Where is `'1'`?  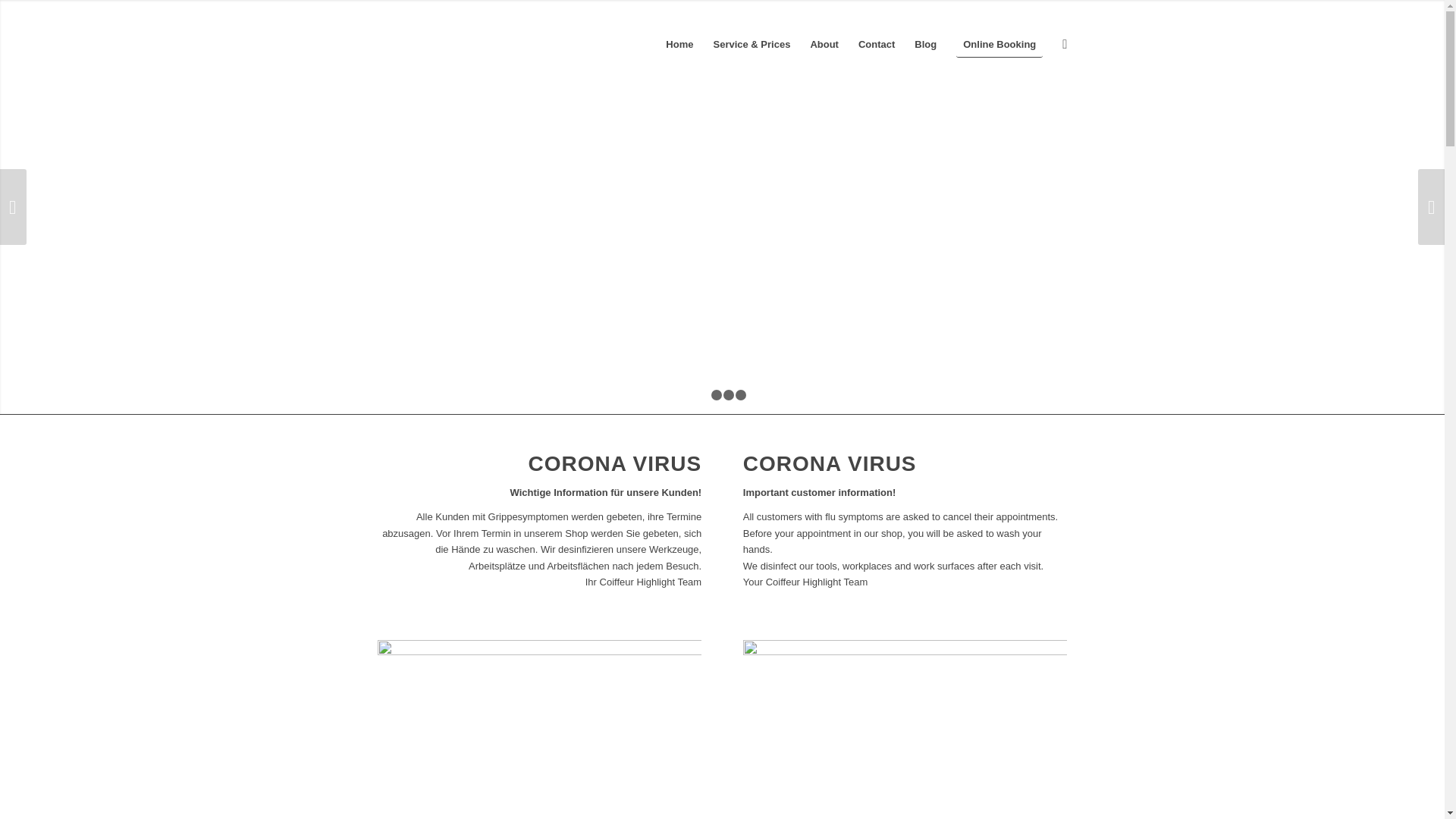 '1' is located at coordinates (704, 394).